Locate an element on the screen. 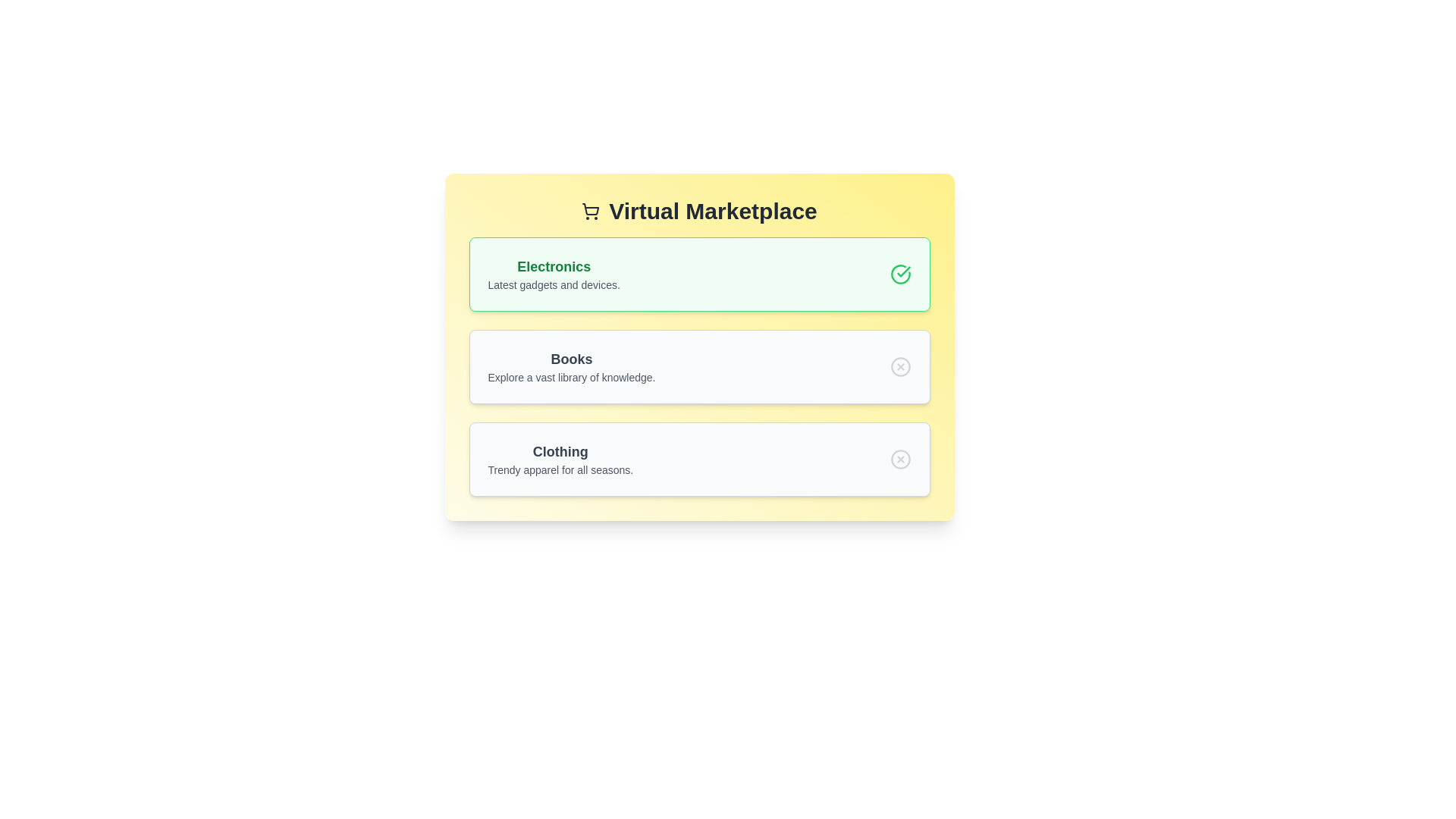 Image resolution: width=1456 pixels, height=819 pixels. the category item Clothing to view its hover effect is located at coordinates (560, 458).